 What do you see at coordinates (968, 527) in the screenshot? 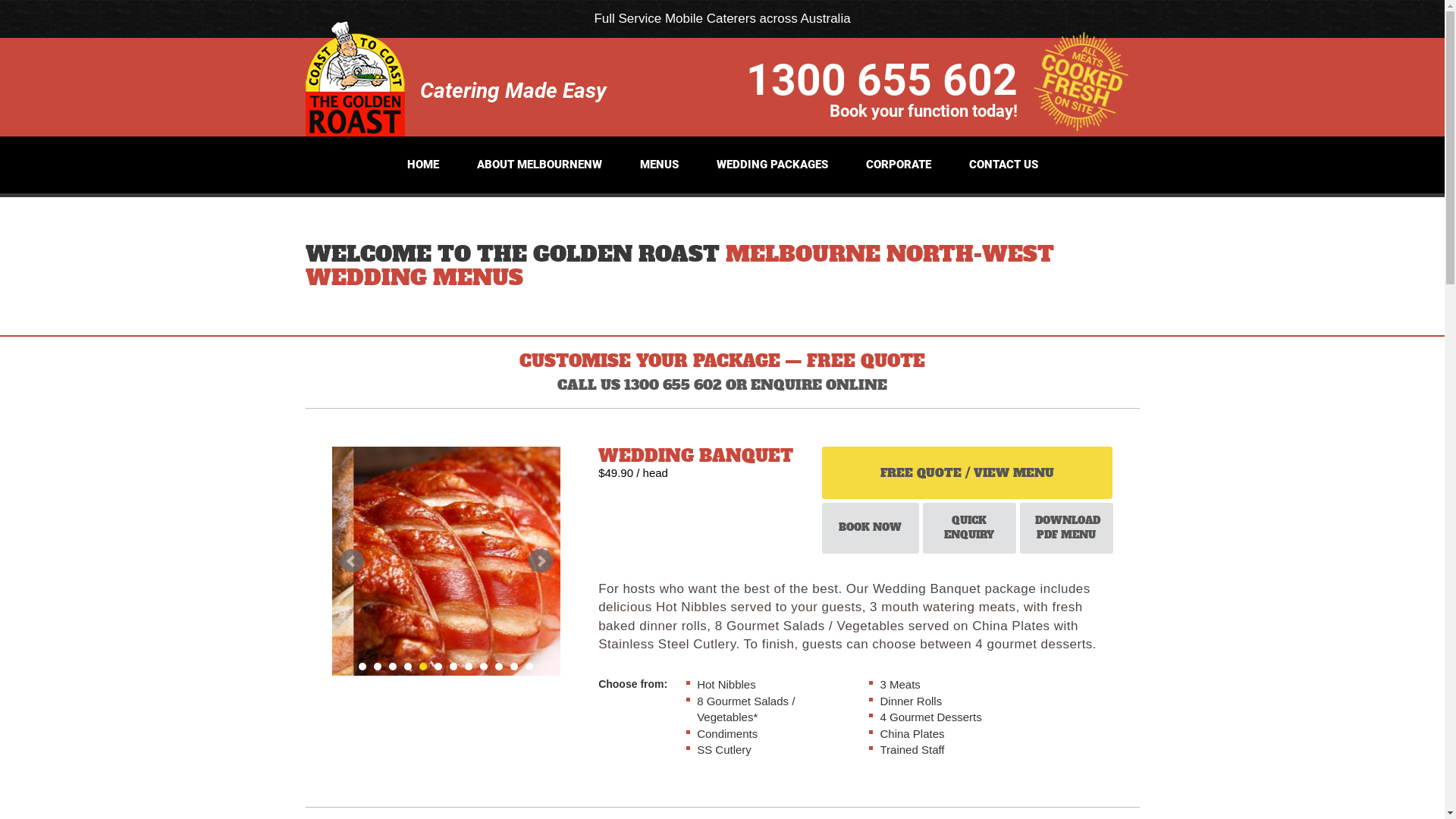
I see `'QUICK` at bounding box center [968, 527].